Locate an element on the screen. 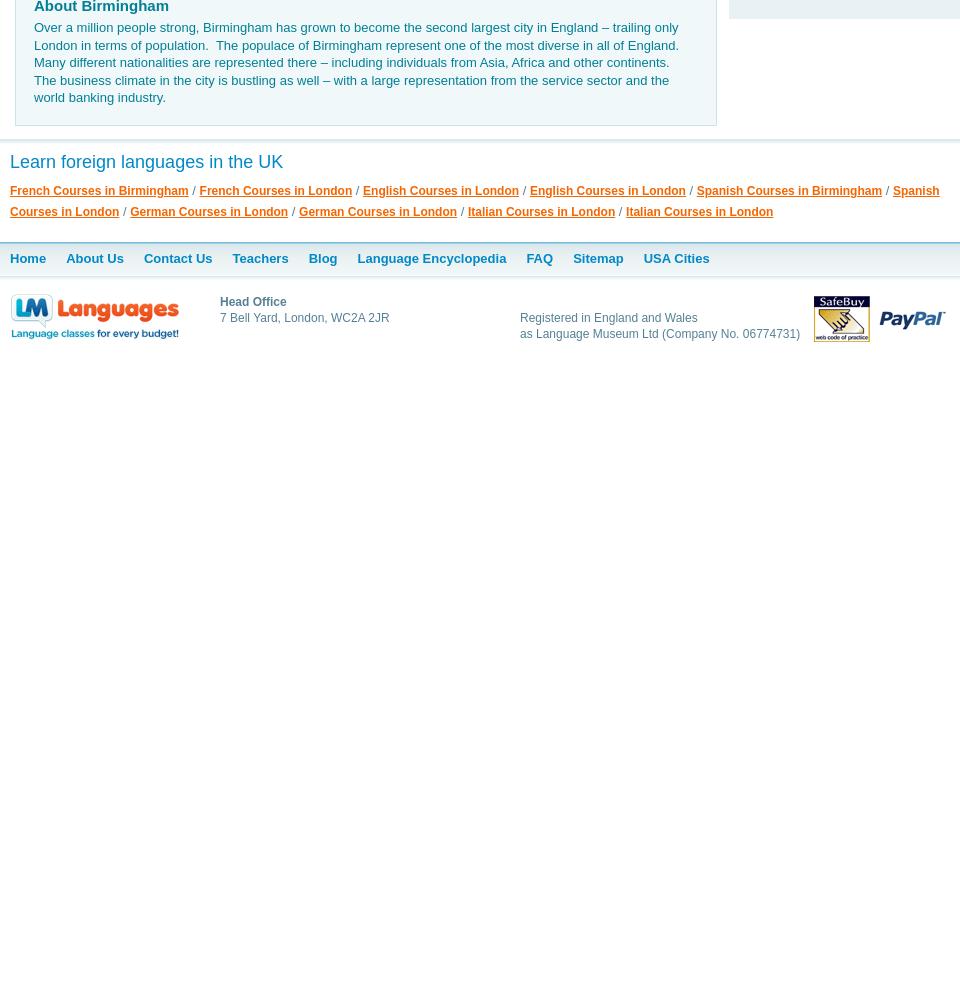 The height and width of the screenshot is (1000, 960). '7 Bell Yard, 
					London, WC2A 2JR' is located at coordinates (220, 316).